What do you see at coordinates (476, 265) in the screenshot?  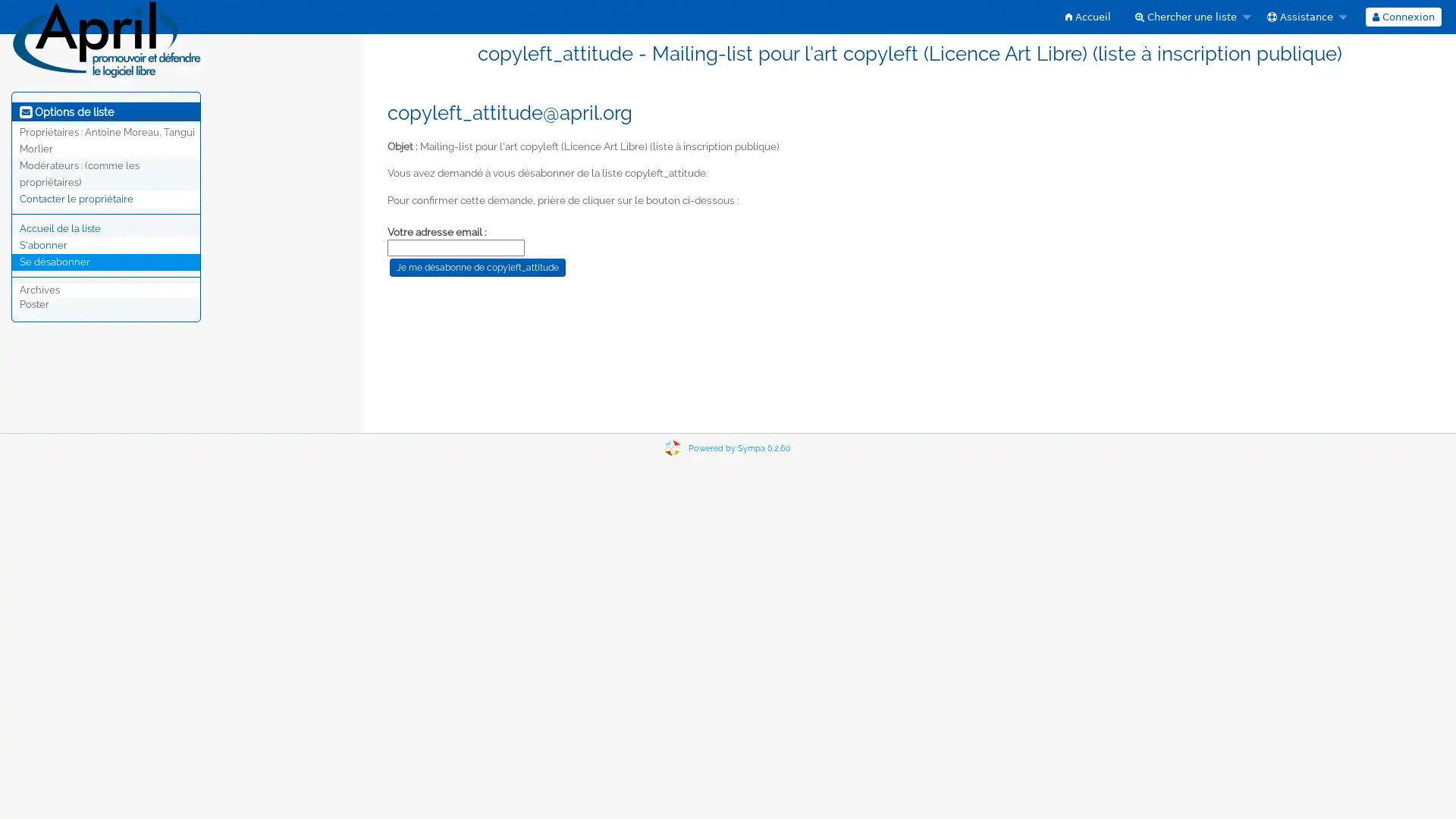 I see `Je me desabonne de copyleft_attitude` at bounding box center [476, 265].